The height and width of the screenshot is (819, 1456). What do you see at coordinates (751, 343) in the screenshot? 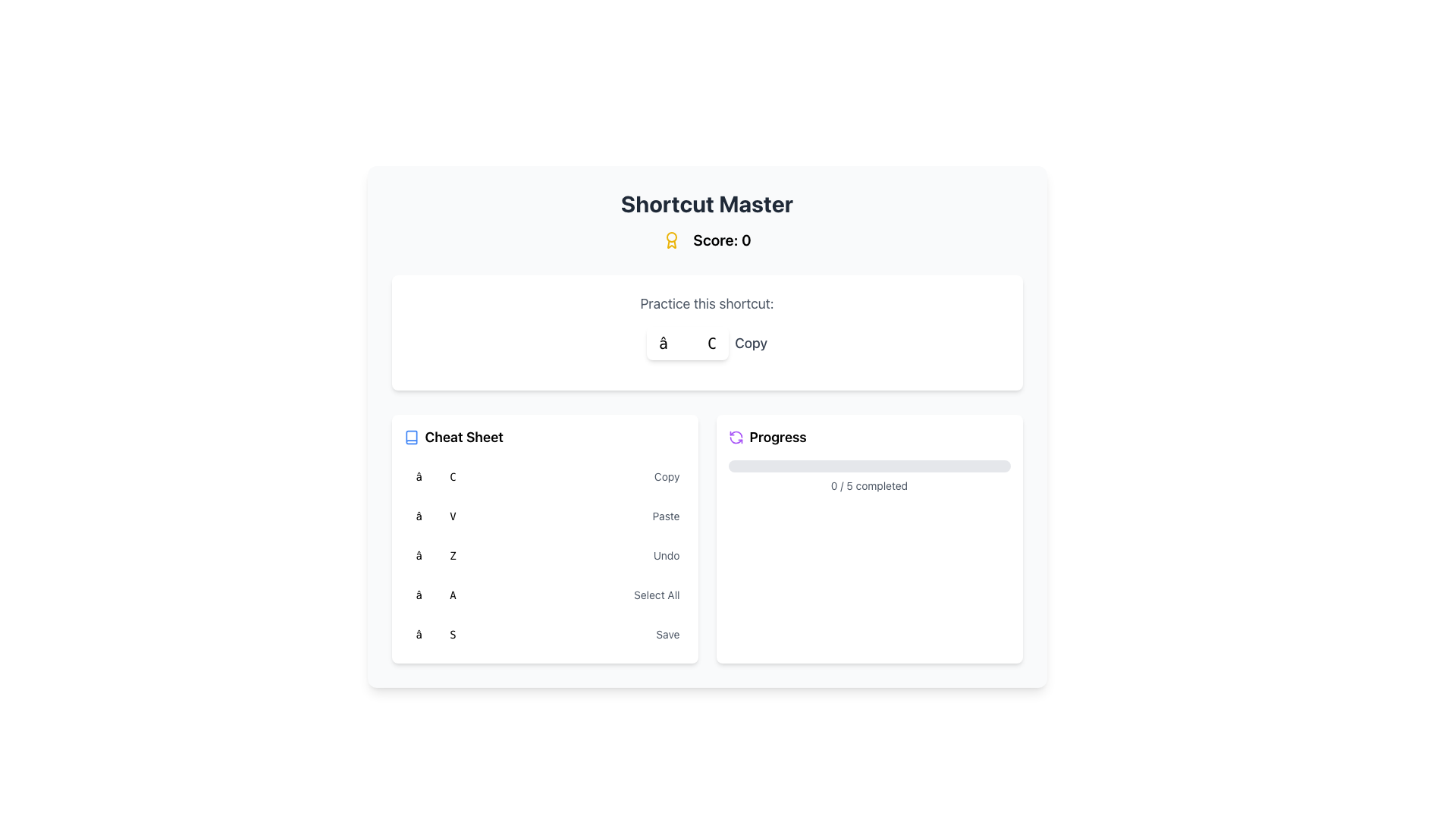
I see `the 'Copy' text label, which is gray-colored and positioned below the title 'Shortcut Master', to the right of a blue-highlighted key-like component` at bounding box center [751, 343].